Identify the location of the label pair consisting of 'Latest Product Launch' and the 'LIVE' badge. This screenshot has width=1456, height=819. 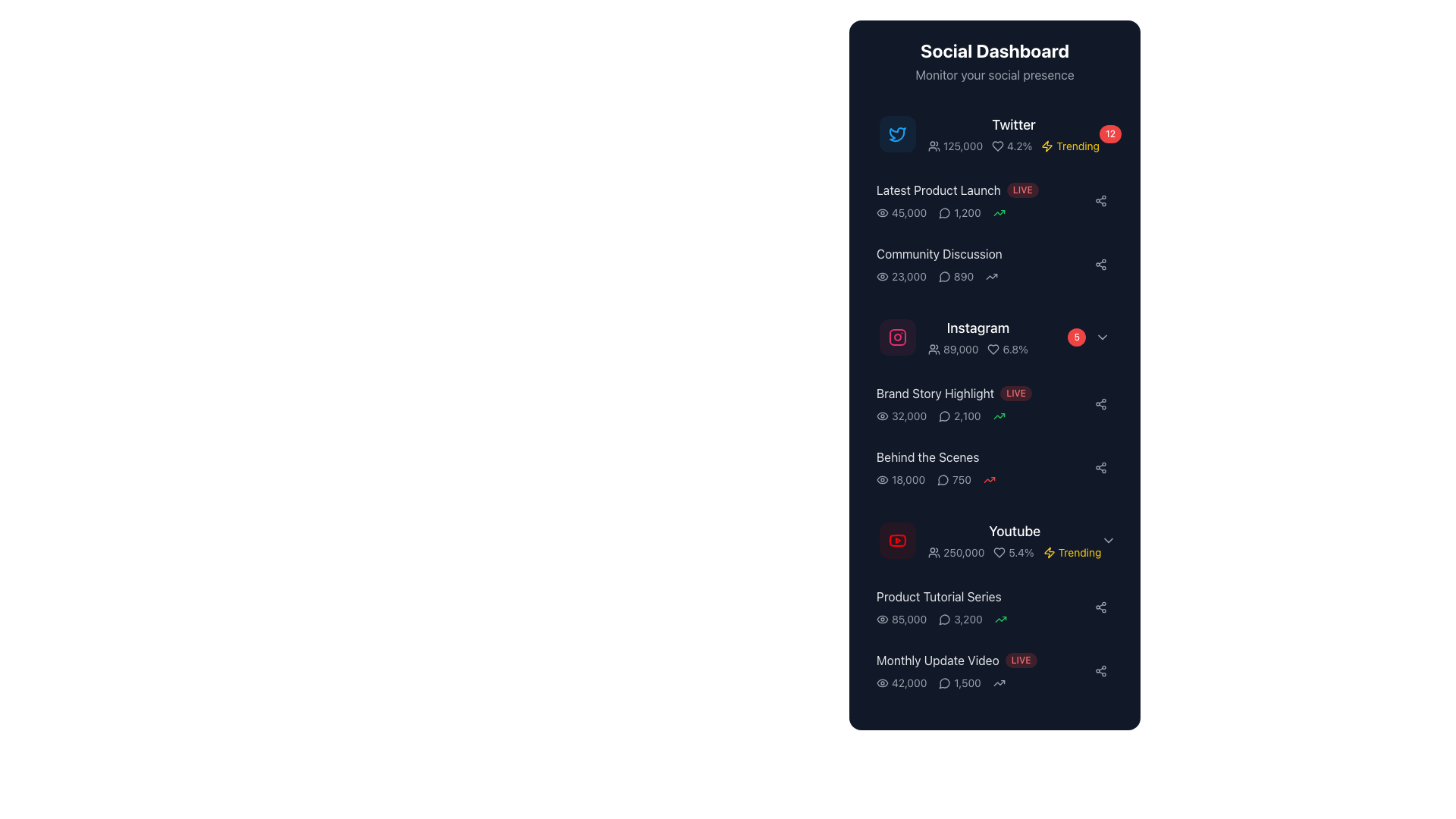
(983, 189).